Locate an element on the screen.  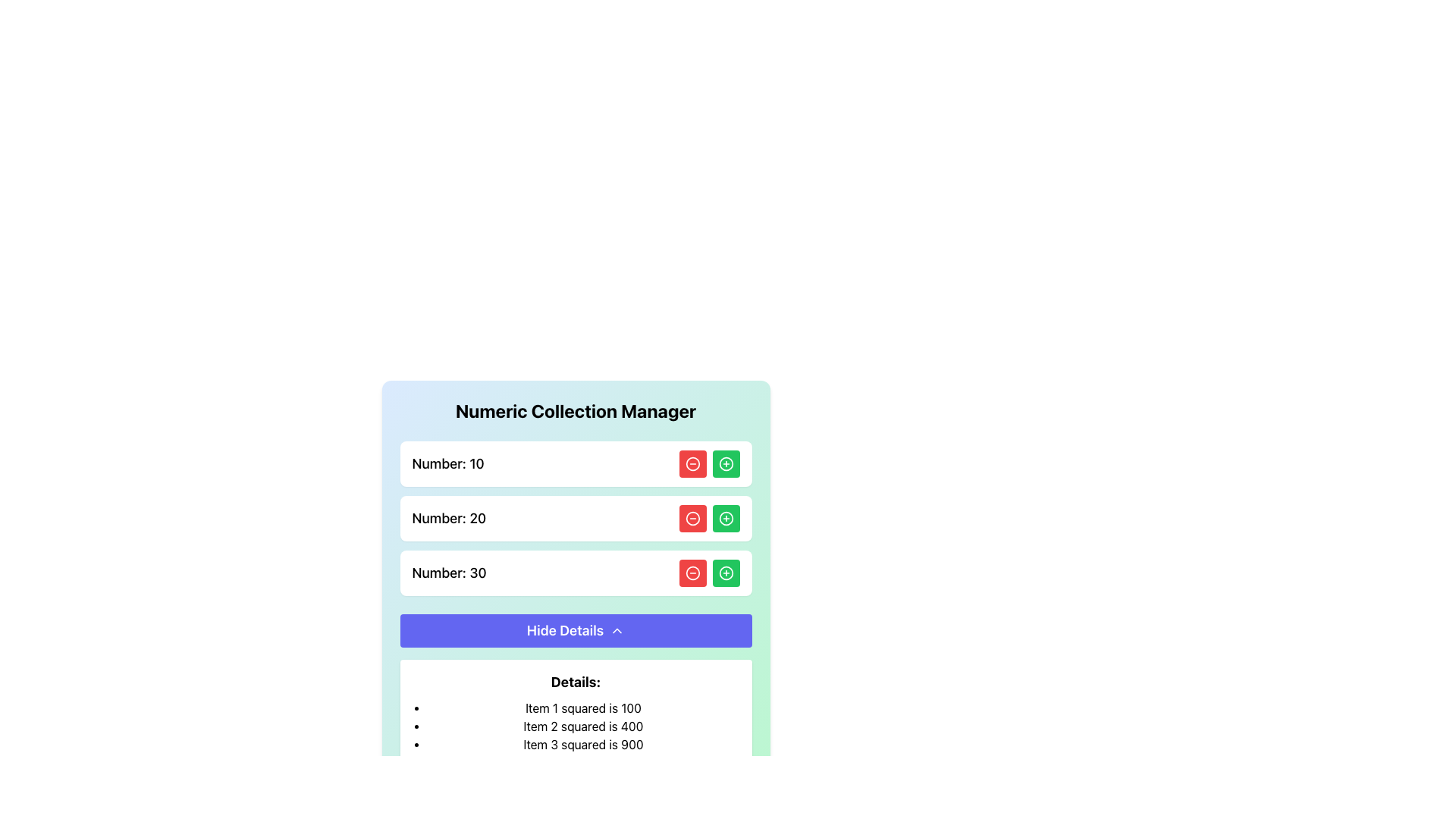
the SVG Circle that forms the boundary shape of the 'plus' icon, located in the third row of the numeric collection manager interface, adjacent to the number 30 entry is located at coordinates (725, 573).